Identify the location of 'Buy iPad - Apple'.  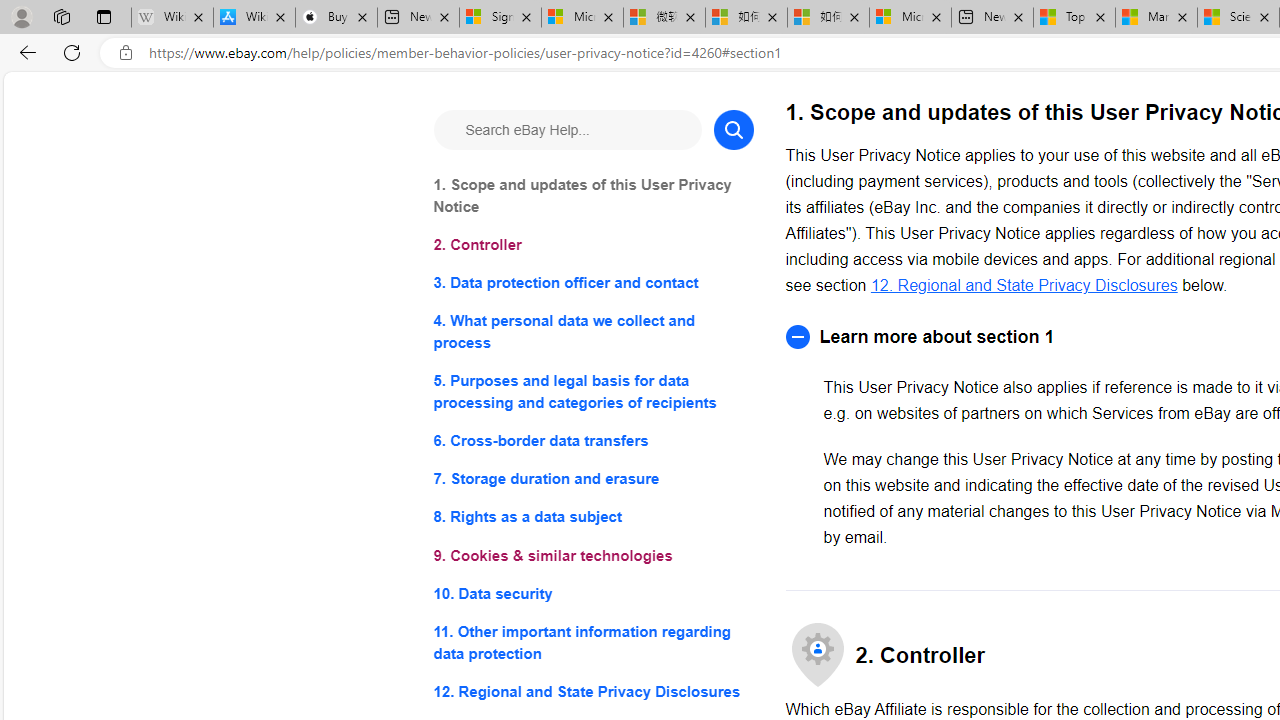
(336, 17).